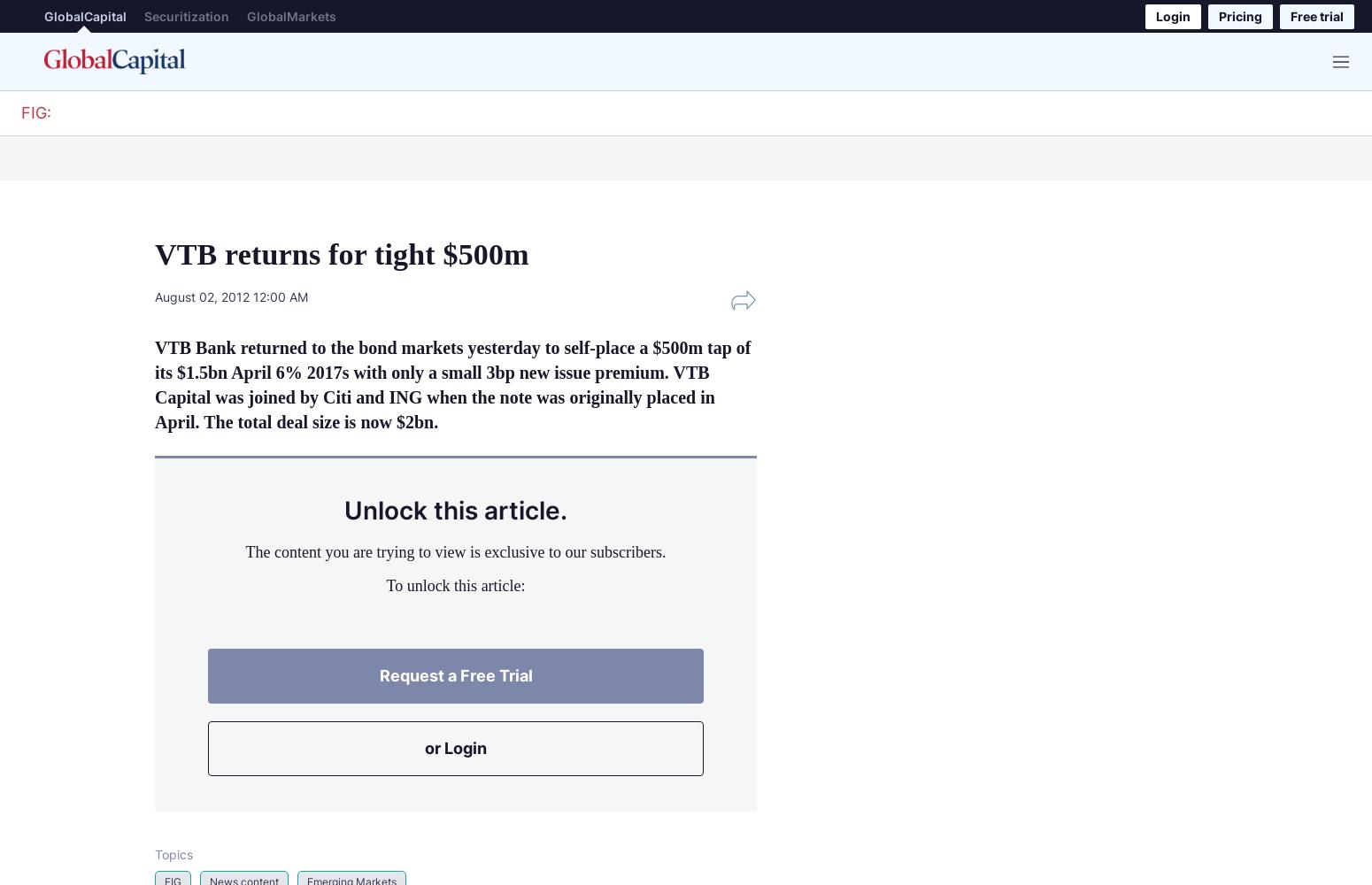 The width and height of the screenshot is (1372, 885). Describe the element at coordinates (1317, 15) in the screenshot. I see `'Free trial'` at that location.